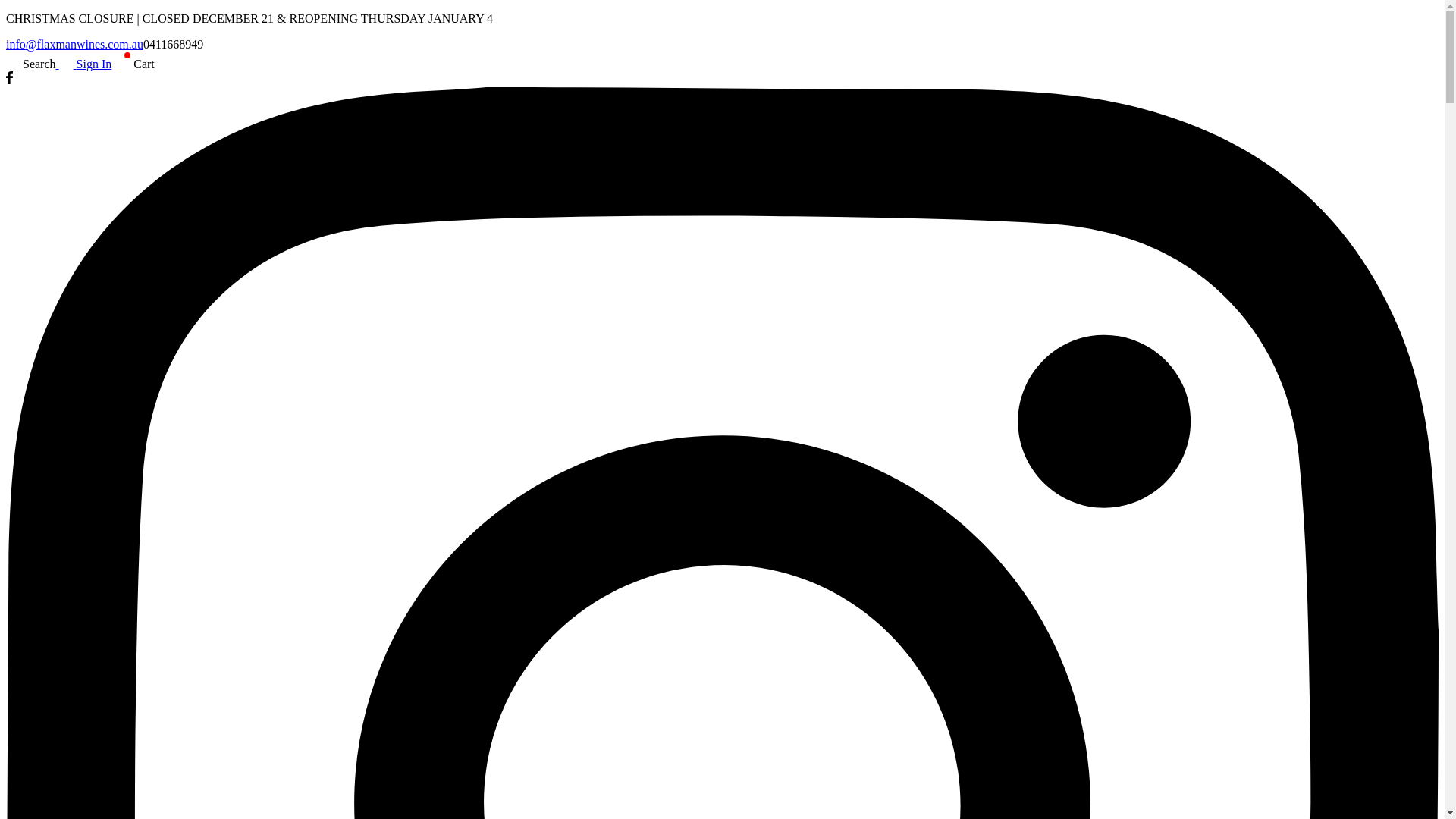 The width and height of the screenshot is (1456, 819). I want to click on 'Search', so click(31, 63).